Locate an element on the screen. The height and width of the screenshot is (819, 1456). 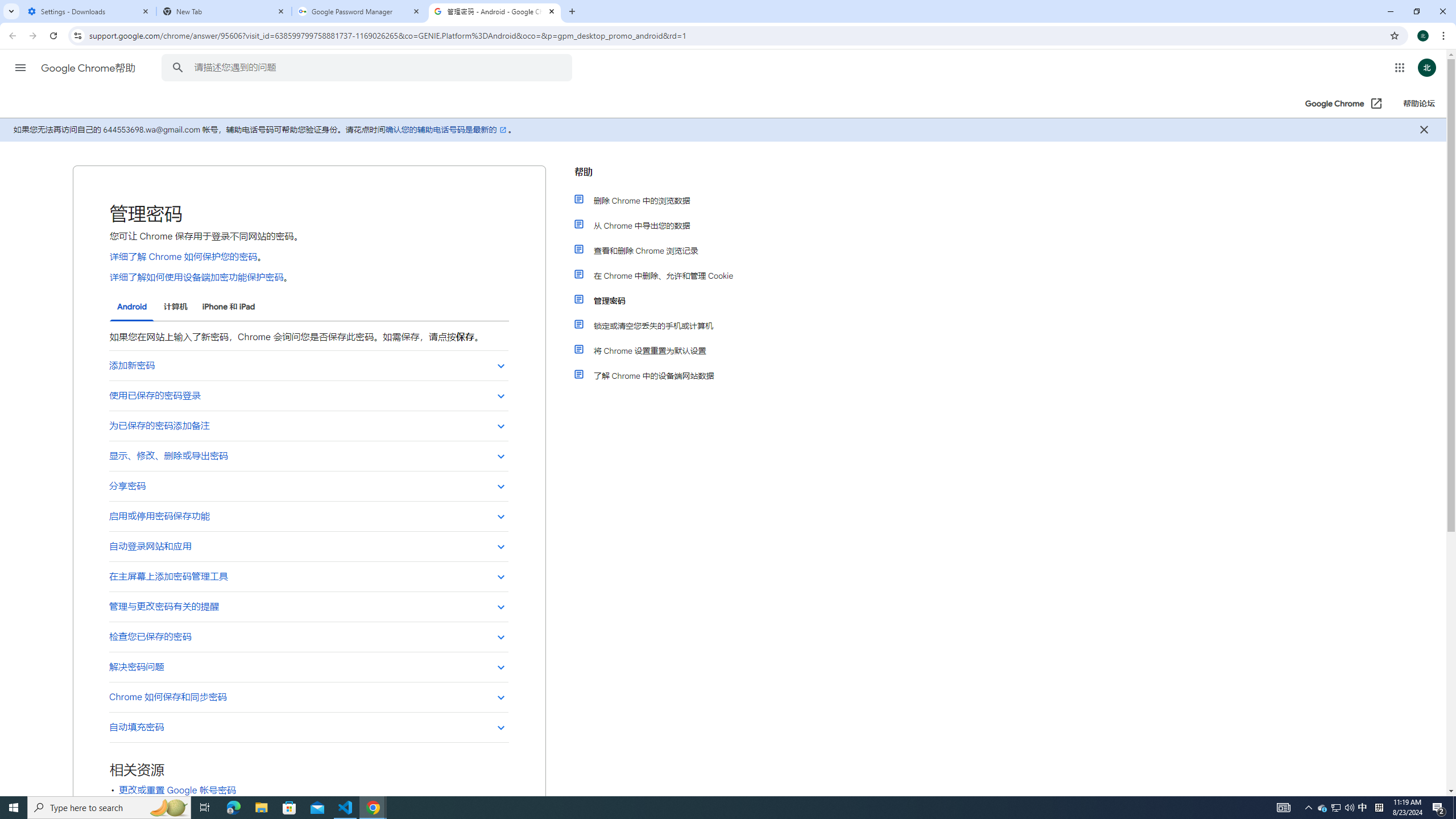
'Android' is located at coordinates (131, 307).